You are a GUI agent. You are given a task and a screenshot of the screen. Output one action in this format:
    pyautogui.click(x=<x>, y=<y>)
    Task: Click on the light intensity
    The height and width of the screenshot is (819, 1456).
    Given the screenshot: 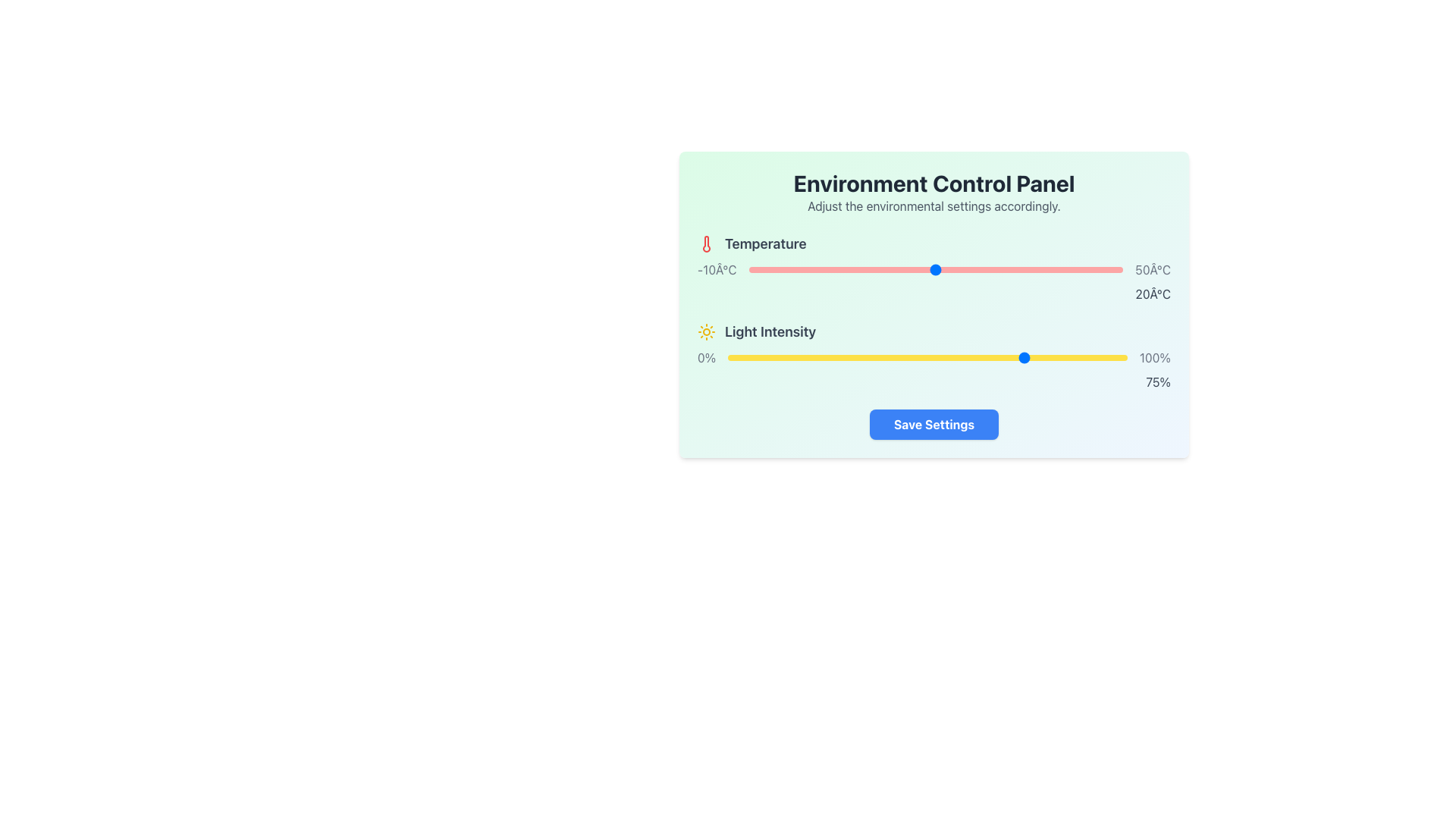 What is the action you would take?
    pyautogui.click(x=911, y=357)
    